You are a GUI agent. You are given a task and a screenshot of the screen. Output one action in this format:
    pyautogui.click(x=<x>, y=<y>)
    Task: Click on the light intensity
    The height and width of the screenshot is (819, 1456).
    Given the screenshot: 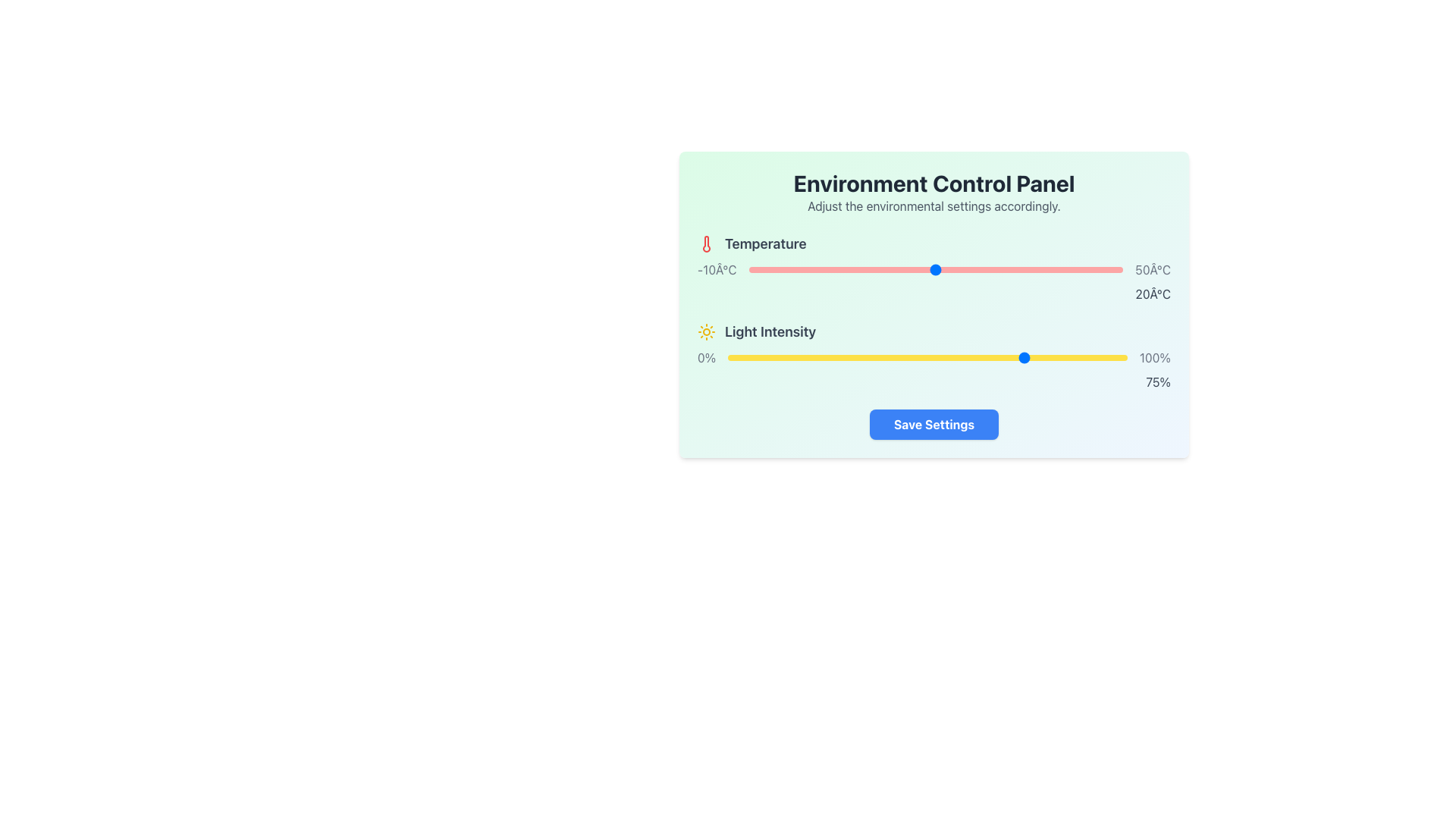 What is the action you would take?
    pyautogui.click(x=911, y=357)
    